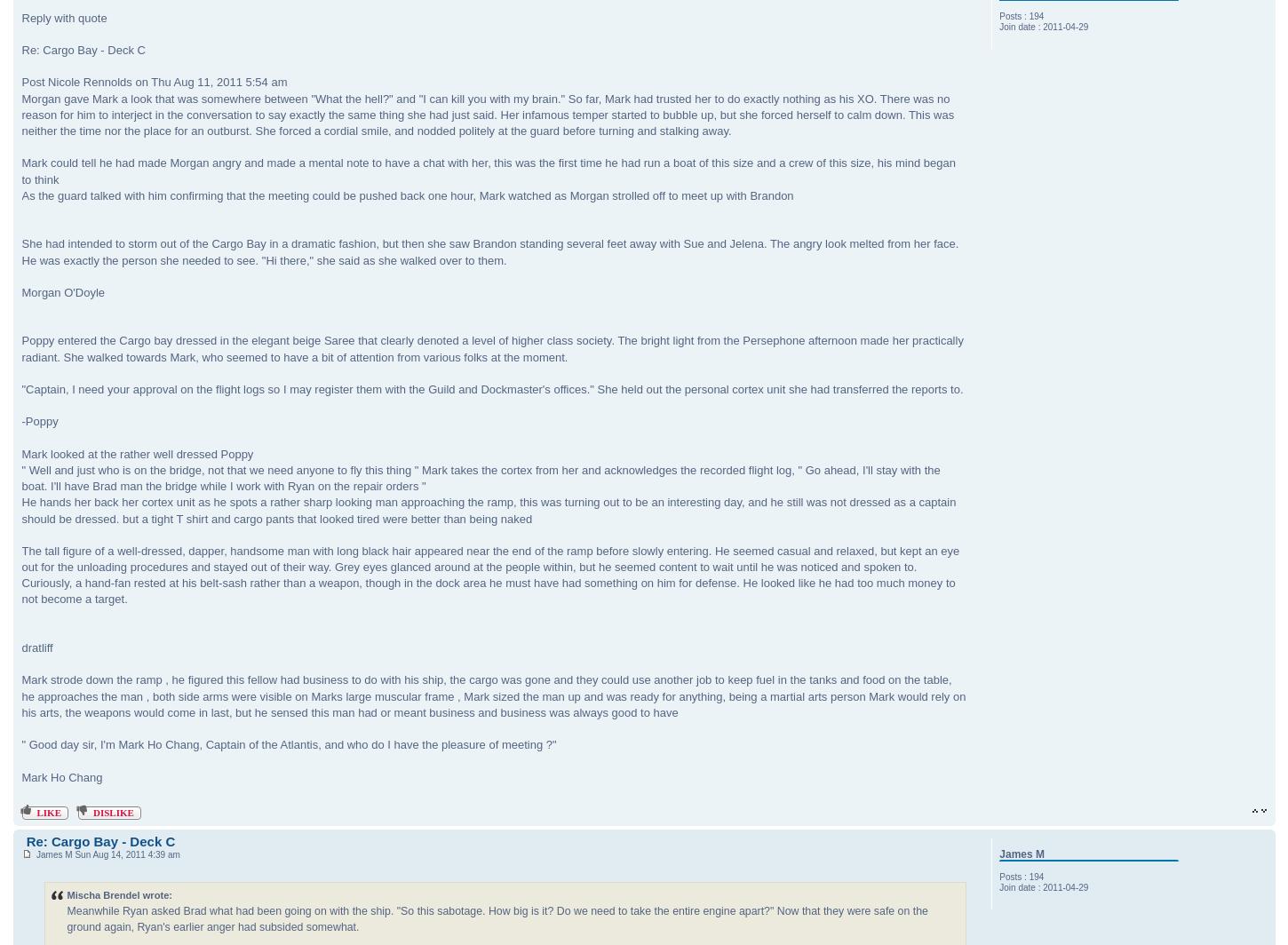 This screenshot has height=945, width=1288. Describe the element at coordinates (21, 477) in the screenshot. I see `'" Well and just who is on the bridge, not that we need anyone to fly this thing " Mark takes the cortex from her and acknowledges the recorded flight log, " Go ahead, I'll stay with the boat. I'll have Brad man the bridge while I work with Ryan on the repair orders  "'` at that location.